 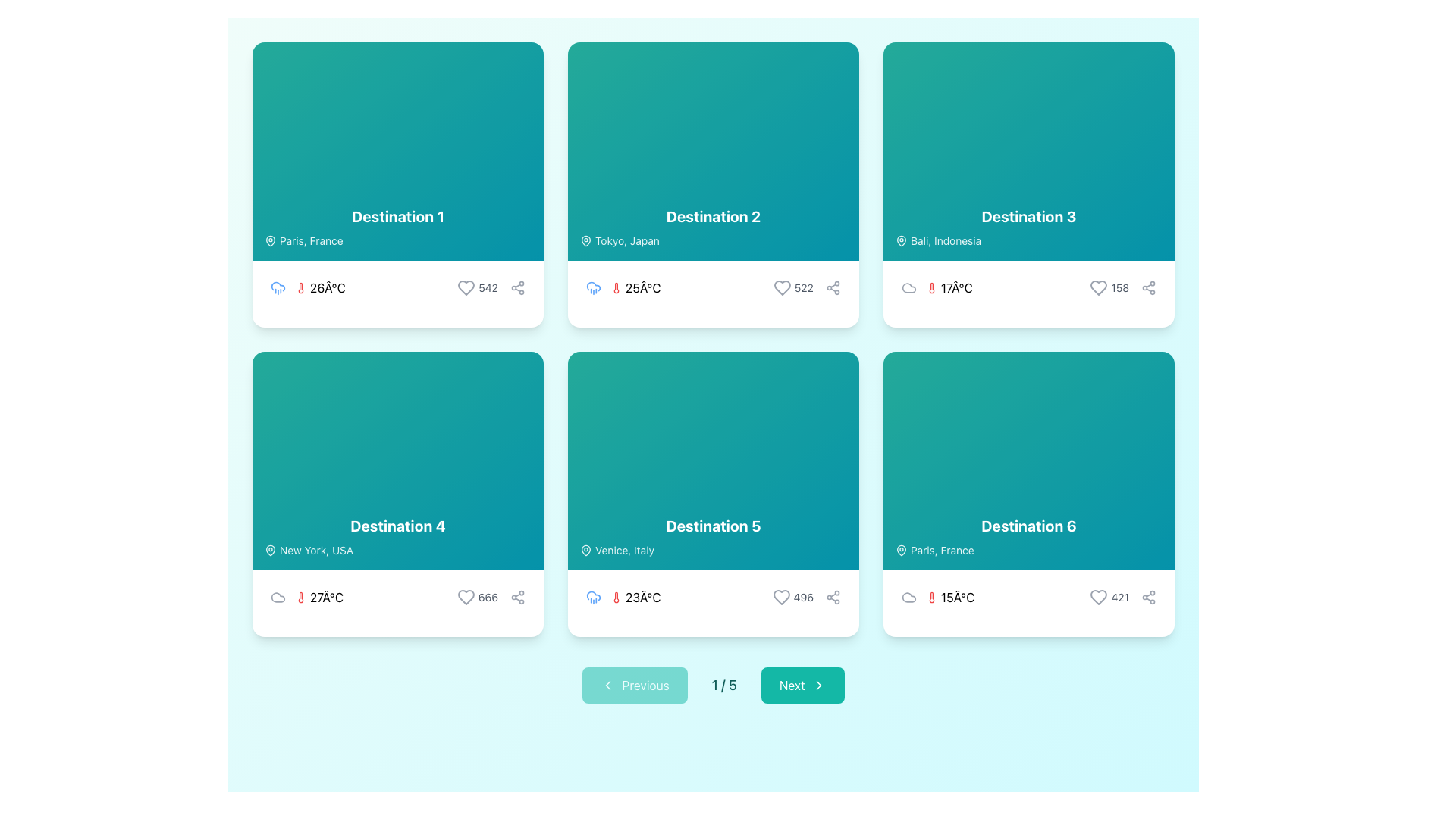 What do you see at coordinates (397, 227) in the screenshot?
I see `the informative text cluster that describes the travel destination, located at the bottom section of the first grid card in a three-by-two card layout` at bounding box center [397, 227].